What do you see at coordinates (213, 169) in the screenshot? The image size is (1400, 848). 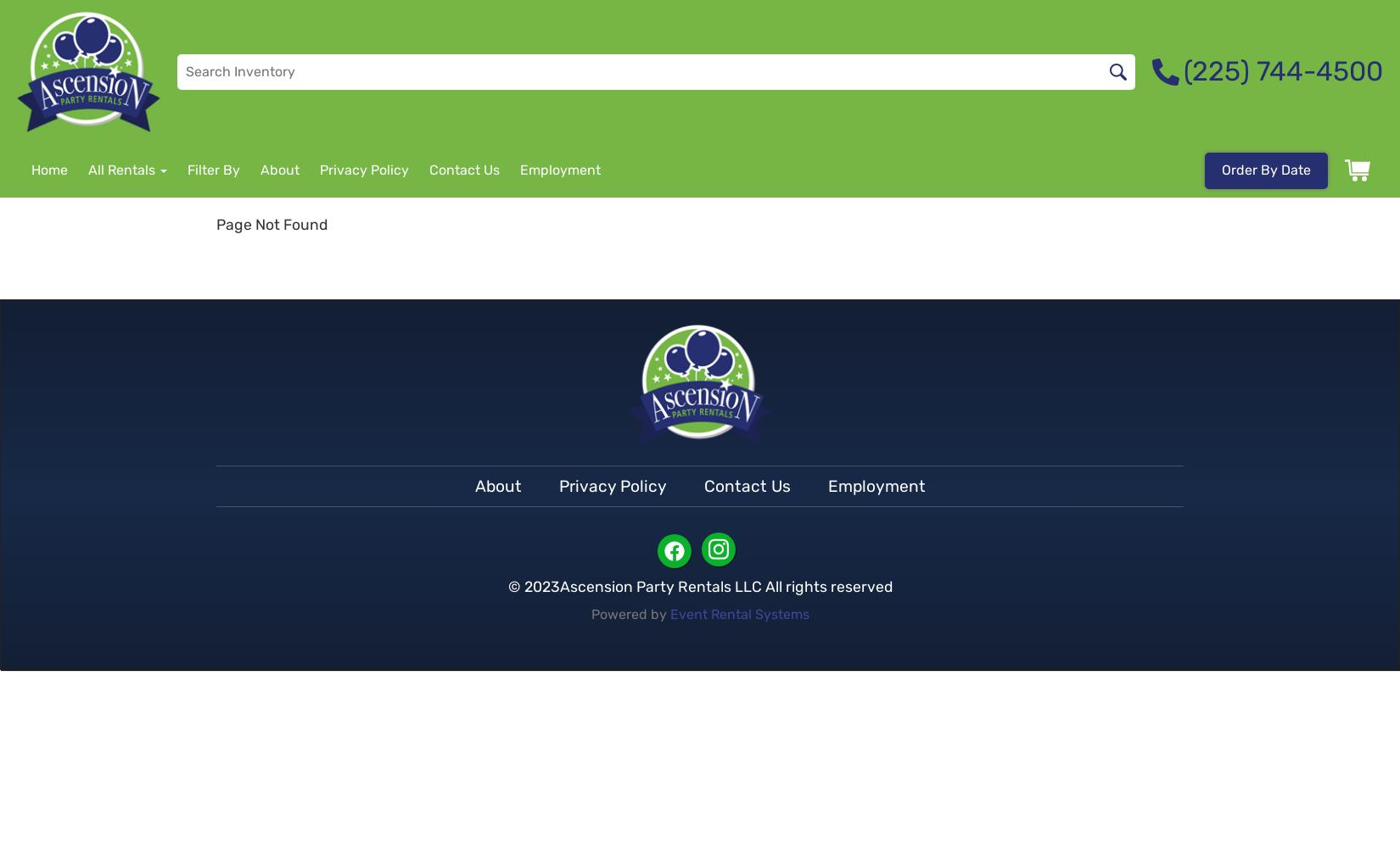 I see `'Filter By'` at bounding box center [213, 169].